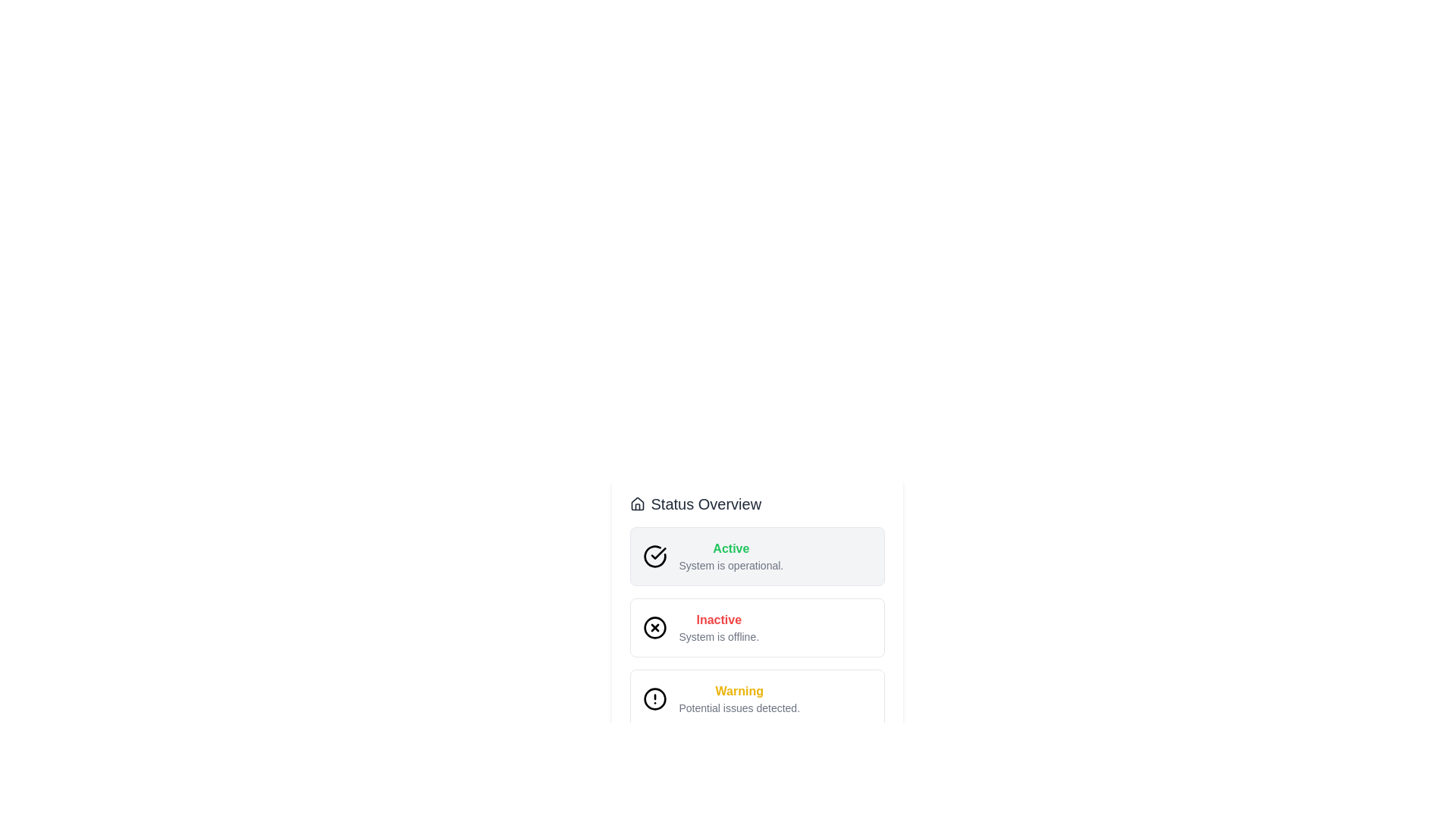  What do you see at coordinates (654, 628) in the screenshot?
I see `the SVG Circle that indicates status within the 'Inactive' status card` at bounding box center [654, 628].